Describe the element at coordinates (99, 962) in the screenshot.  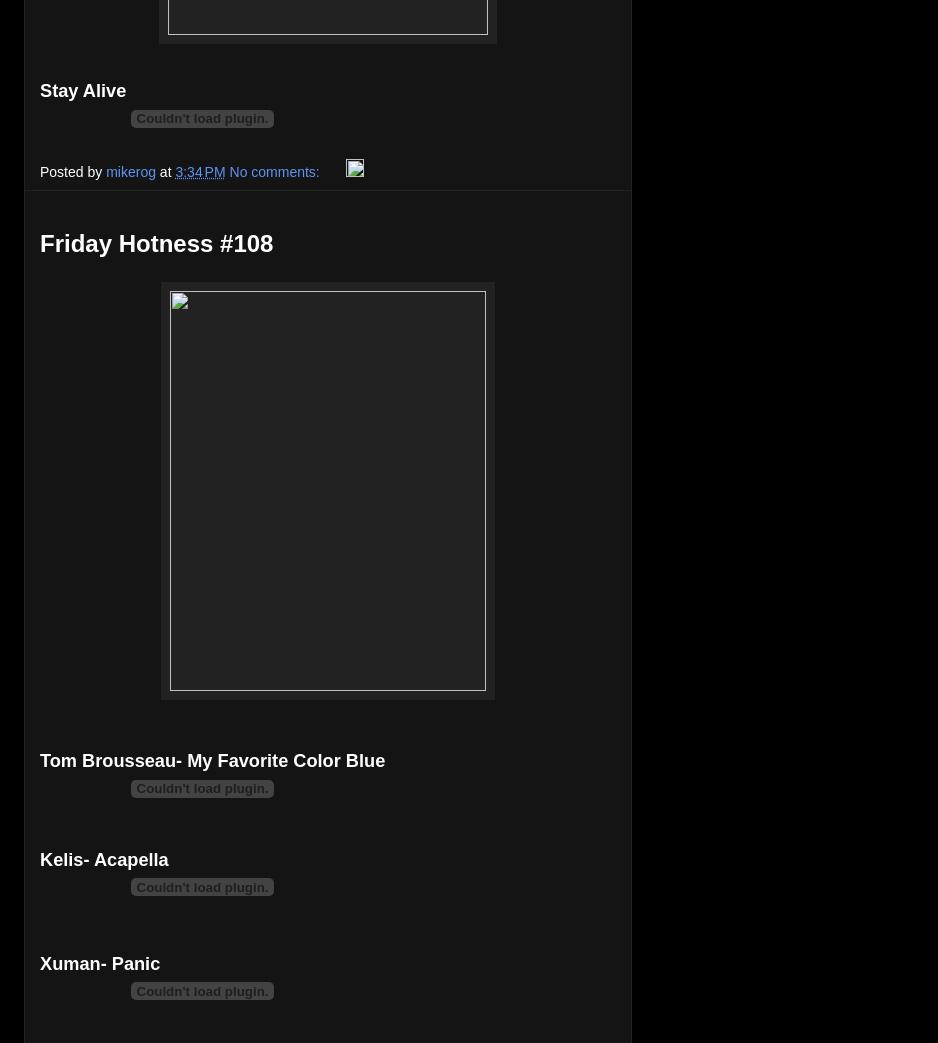
I see `'Xuman- Panic'` at that location.